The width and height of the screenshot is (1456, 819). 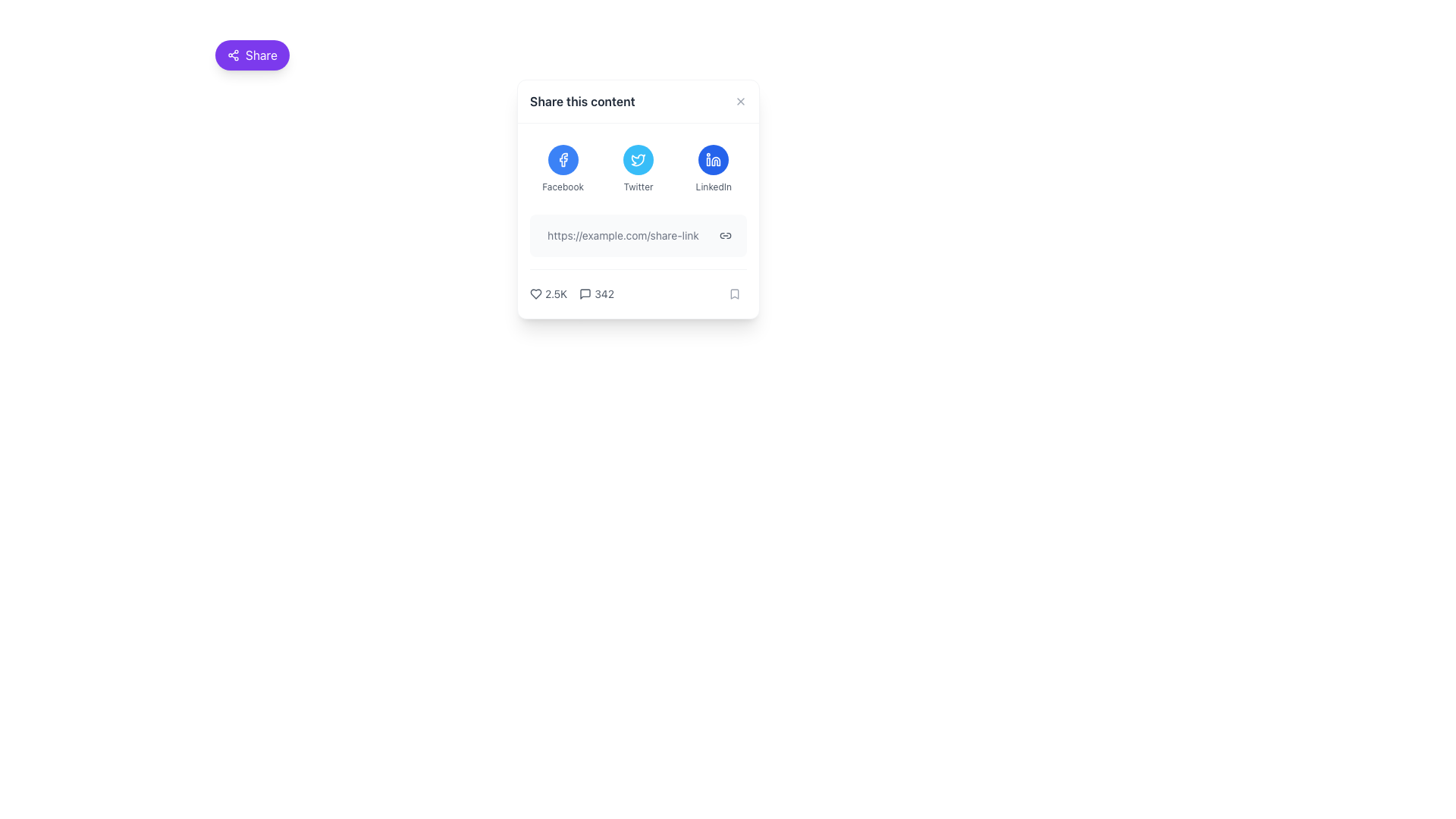 I want to click on the LinkedIn button, which has a blue circular icon with the white LinkedIn logo and the text 'LinkedIn' below it, so click(x=713, y=169).